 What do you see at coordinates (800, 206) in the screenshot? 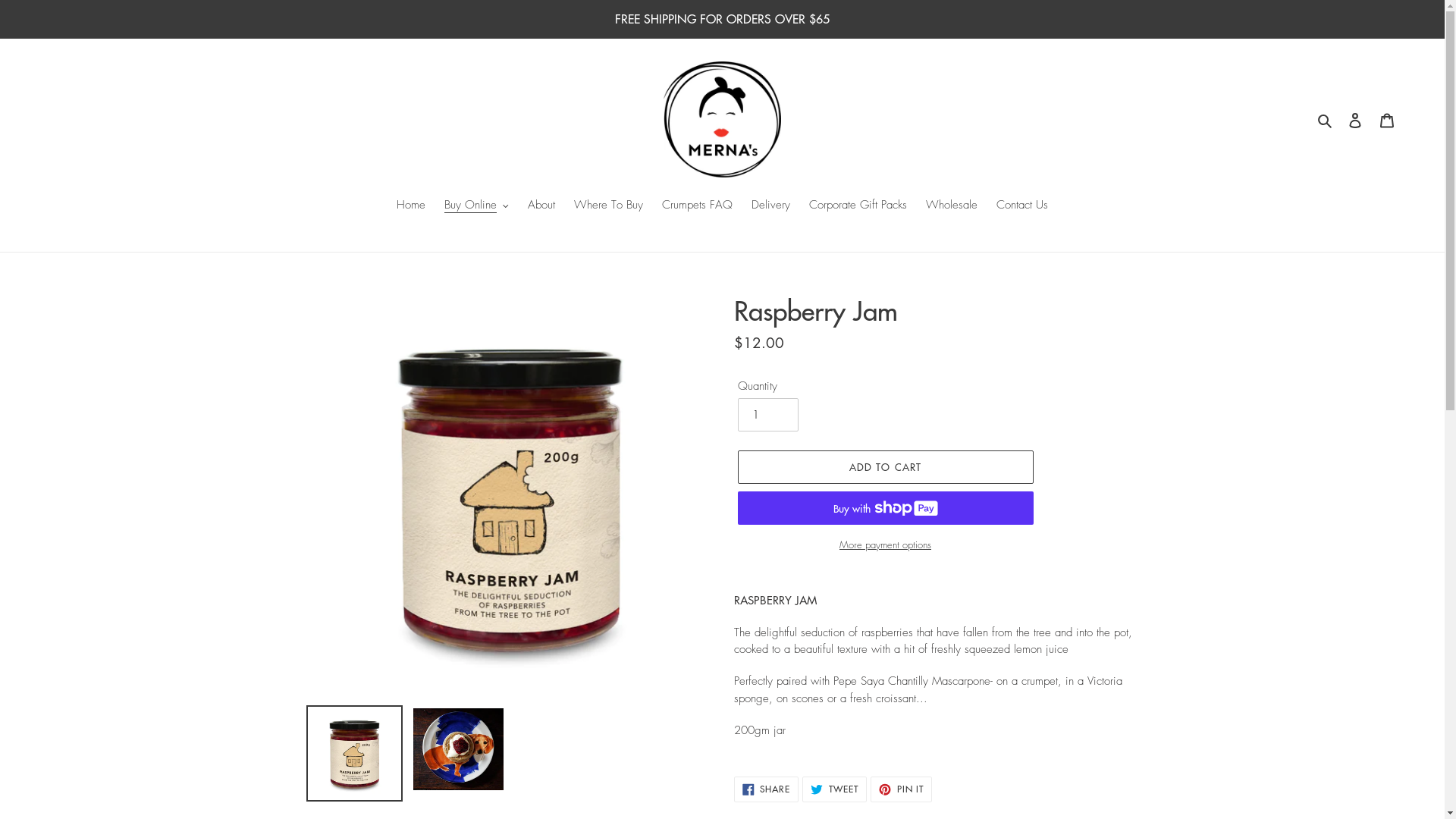
I see `'Corporate Gift Packs'` at bounding box center [800, 206].